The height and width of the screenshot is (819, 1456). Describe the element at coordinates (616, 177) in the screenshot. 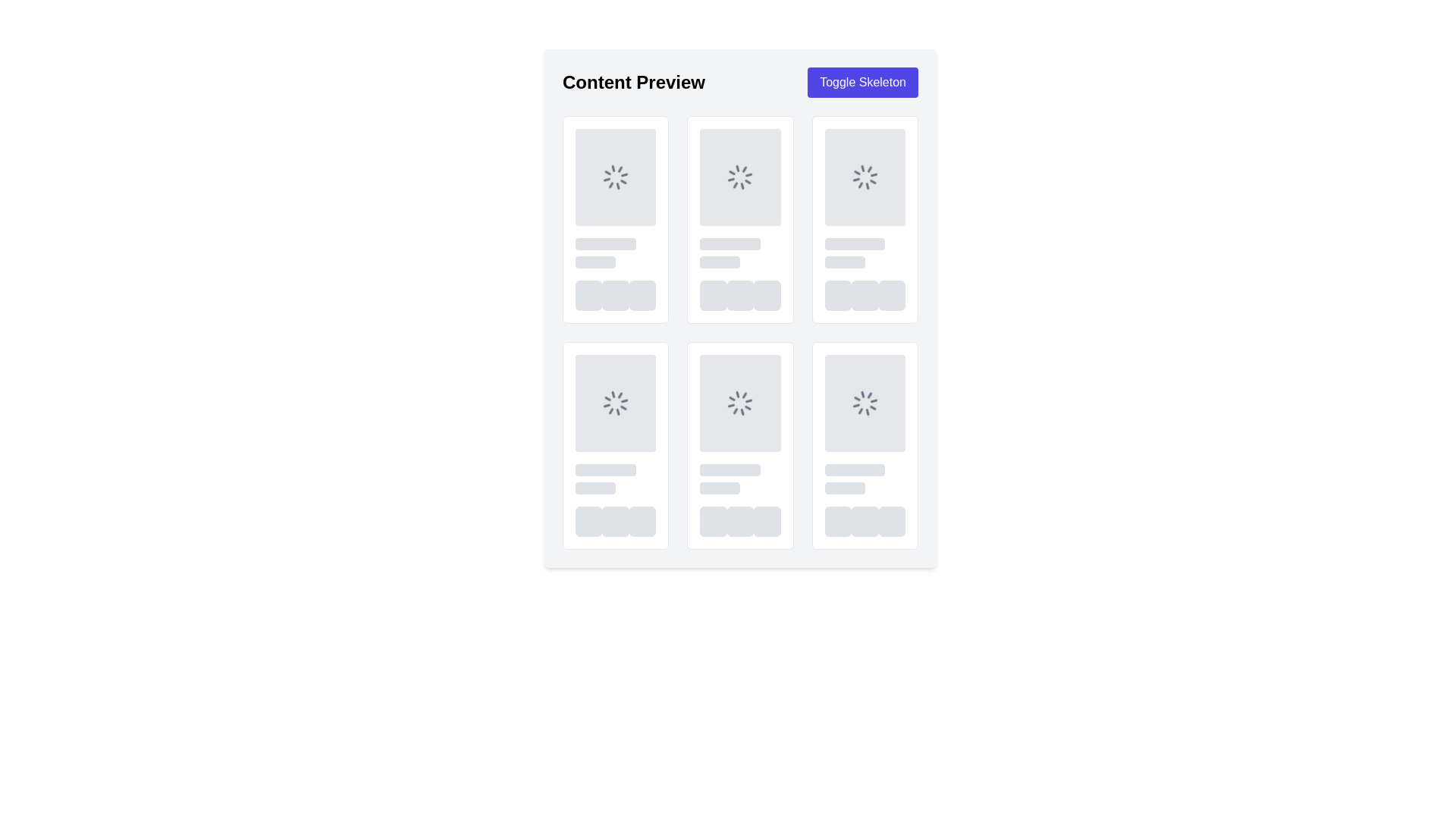

I see `the loading spinner, which serves as a visual indicator for a loading or processing state, located in the first cell of a grid-like layout` at that location.